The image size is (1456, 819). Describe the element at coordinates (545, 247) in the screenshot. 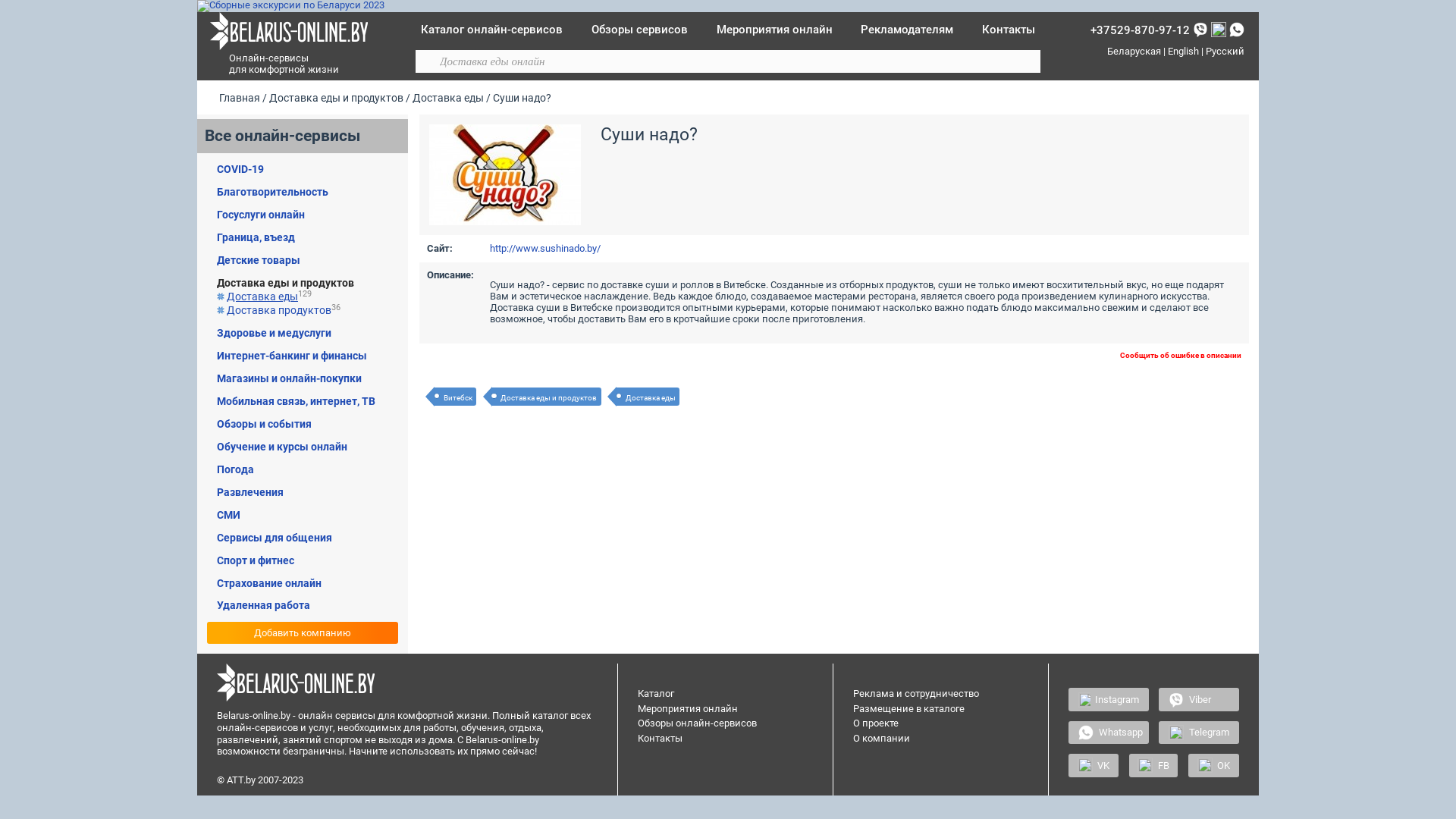

I see `'http://www.sushinado.by/'` at that location.